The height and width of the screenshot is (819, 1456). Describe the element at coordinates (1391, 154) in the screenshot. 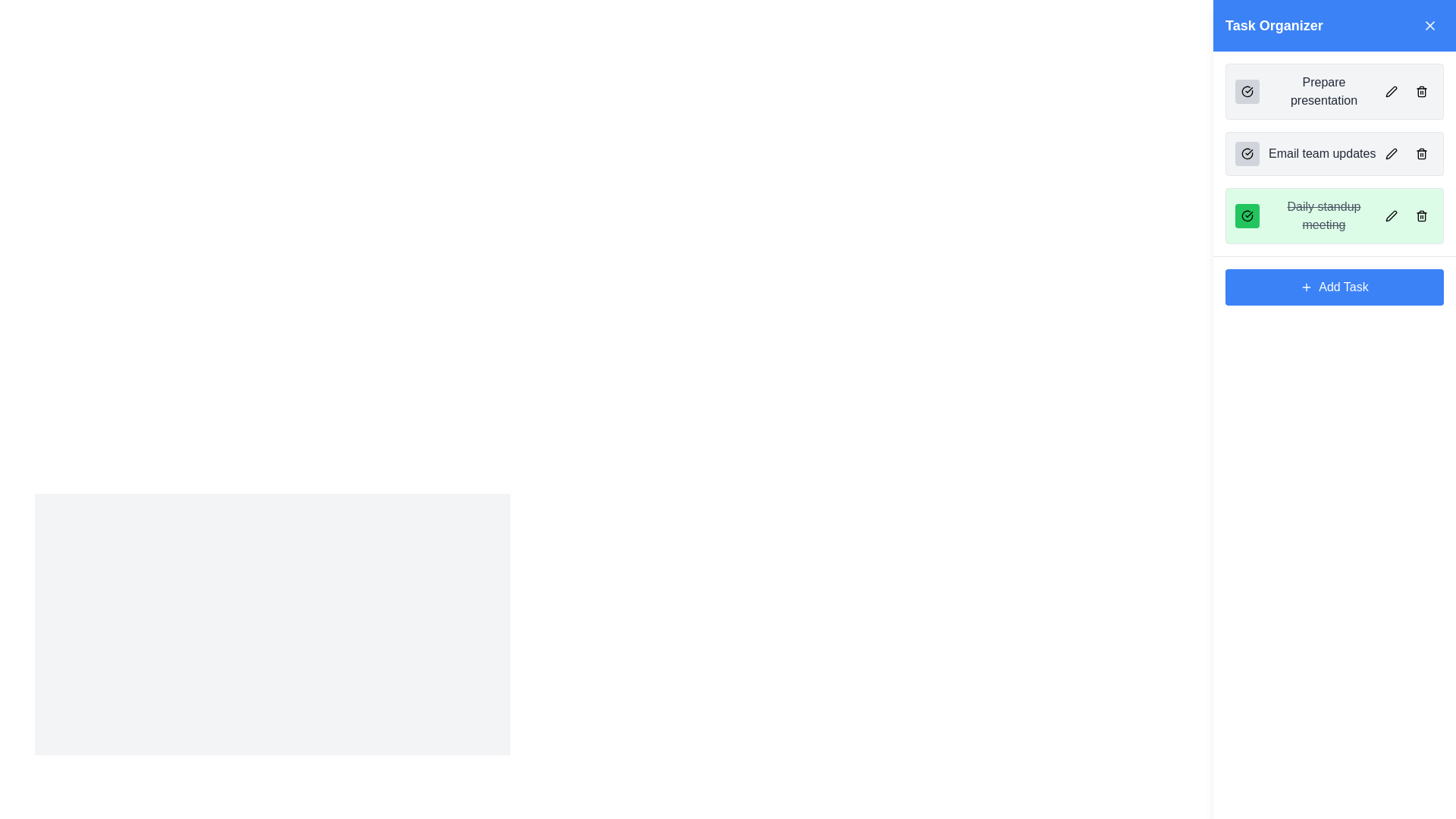

I see `the pen-shaped icon in the 'Email team updates' task row of the 'Task Organizer' panel` at that location.